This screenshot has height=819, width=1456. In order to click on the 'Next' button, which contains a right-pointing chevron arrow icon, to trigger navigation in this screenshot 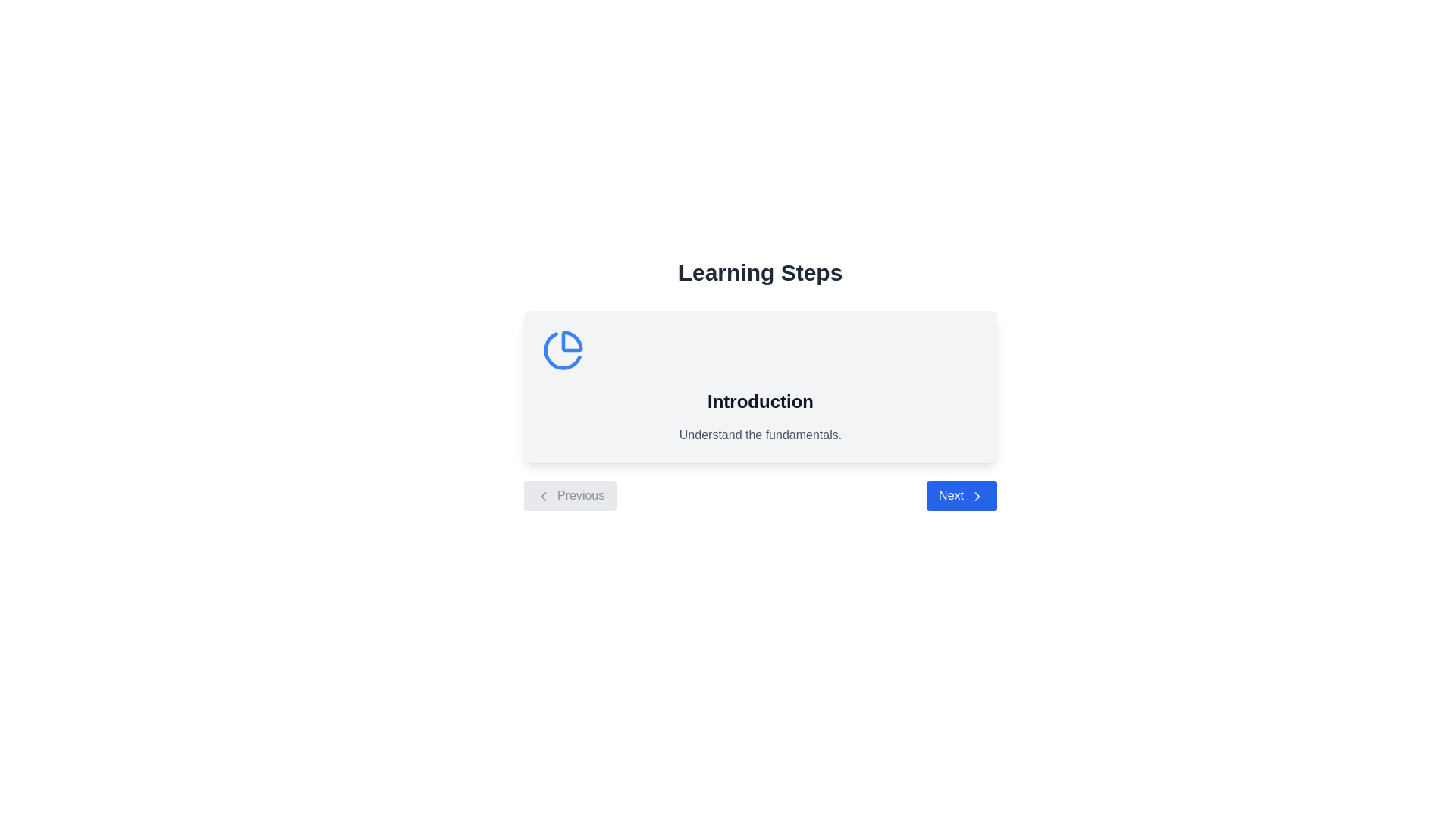, I will do `click(977, 496)`.